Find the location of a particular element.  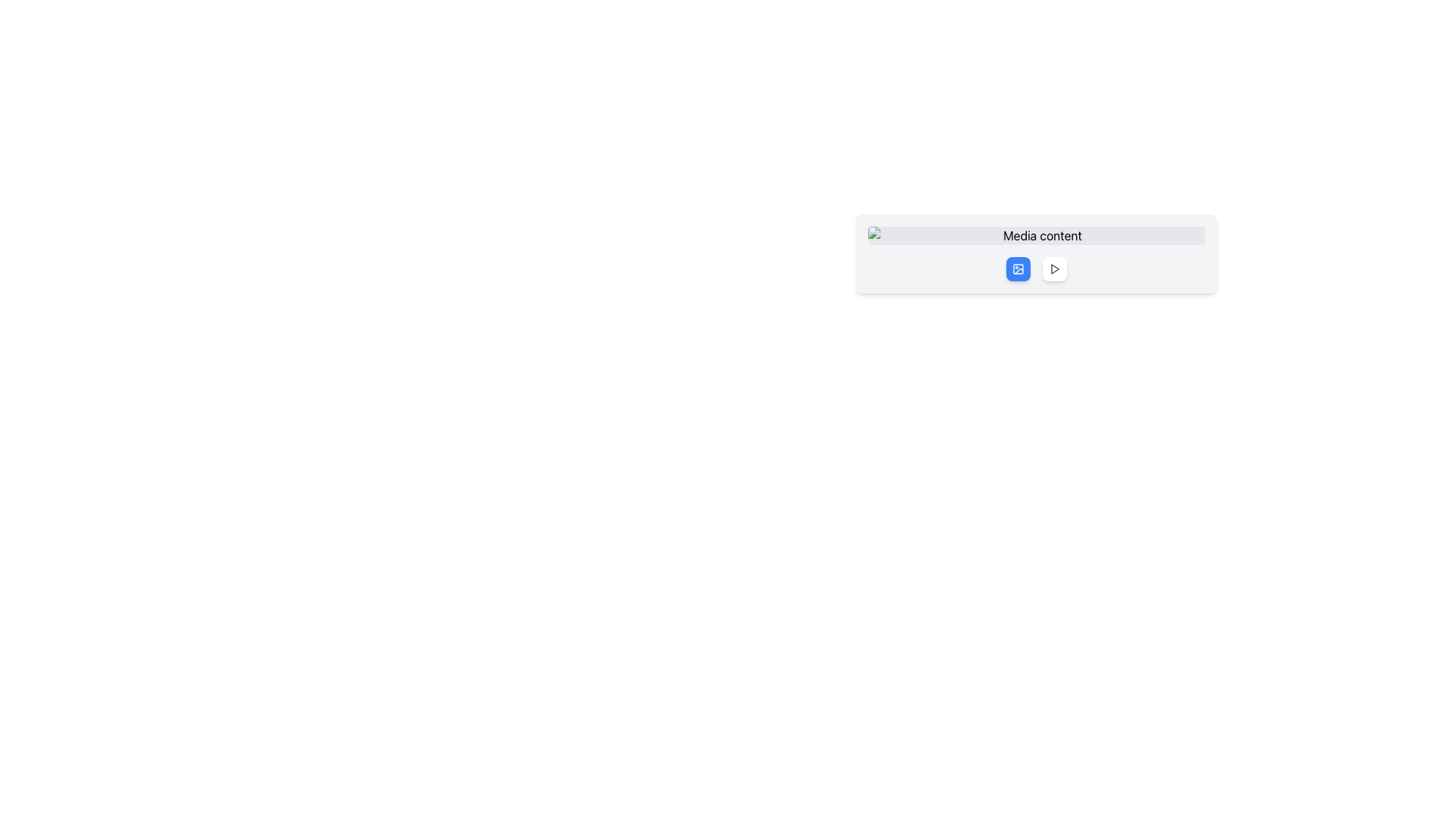

the Play Button located in the media control area under the label 'Media content' to initiate media playback is located at coordinates (1054, 268).